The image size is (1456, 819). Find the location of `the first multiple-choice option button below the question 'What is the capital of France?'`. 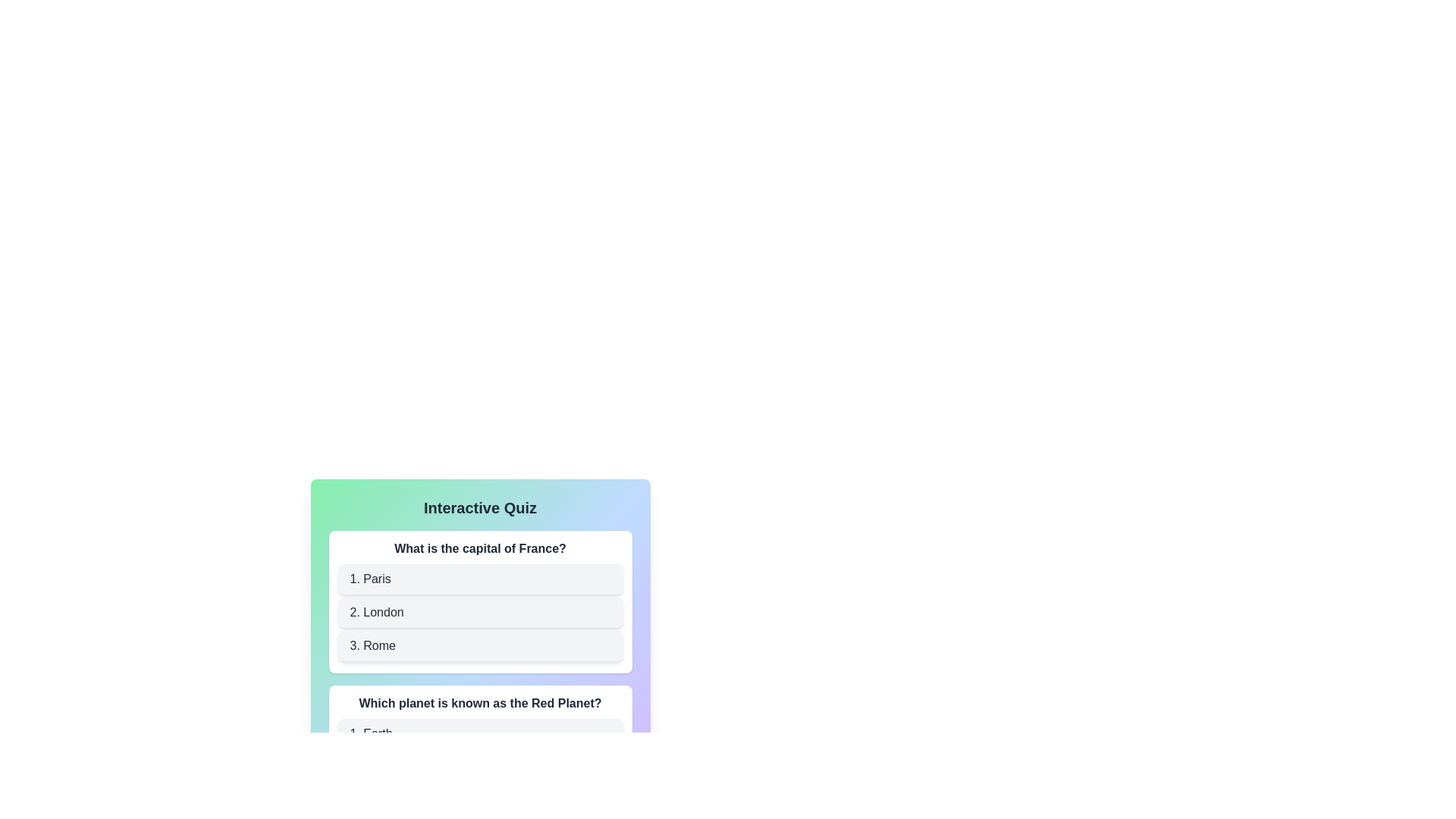

the first multiple-choice option button below the question 'What is the capital of France?' is located at coordinates (479, 579).